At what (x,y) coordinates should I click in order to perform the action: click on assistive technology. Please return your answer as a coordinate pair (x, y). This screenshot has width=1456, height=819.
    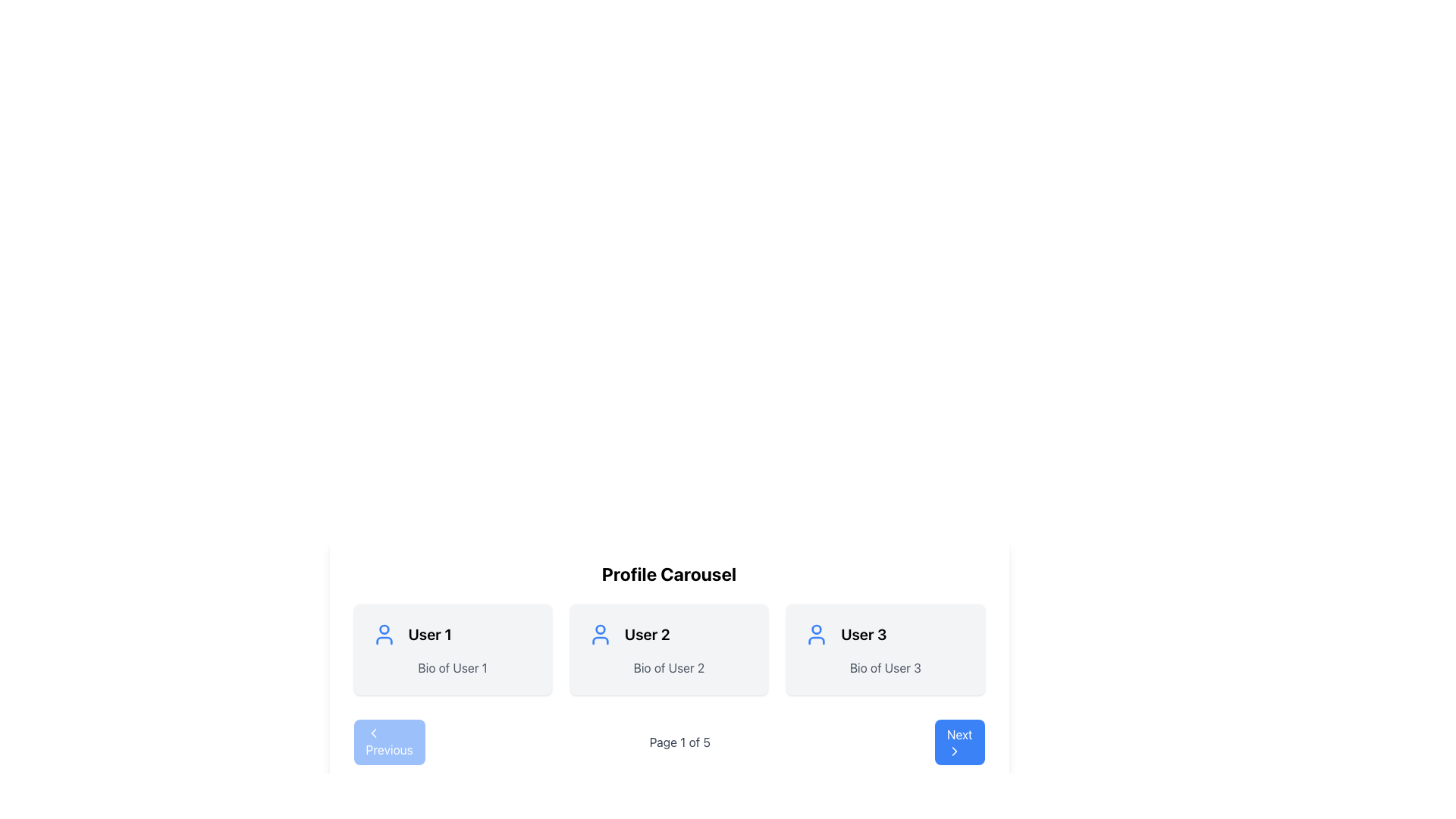
    Looking at the image, I should click on (647, 635).